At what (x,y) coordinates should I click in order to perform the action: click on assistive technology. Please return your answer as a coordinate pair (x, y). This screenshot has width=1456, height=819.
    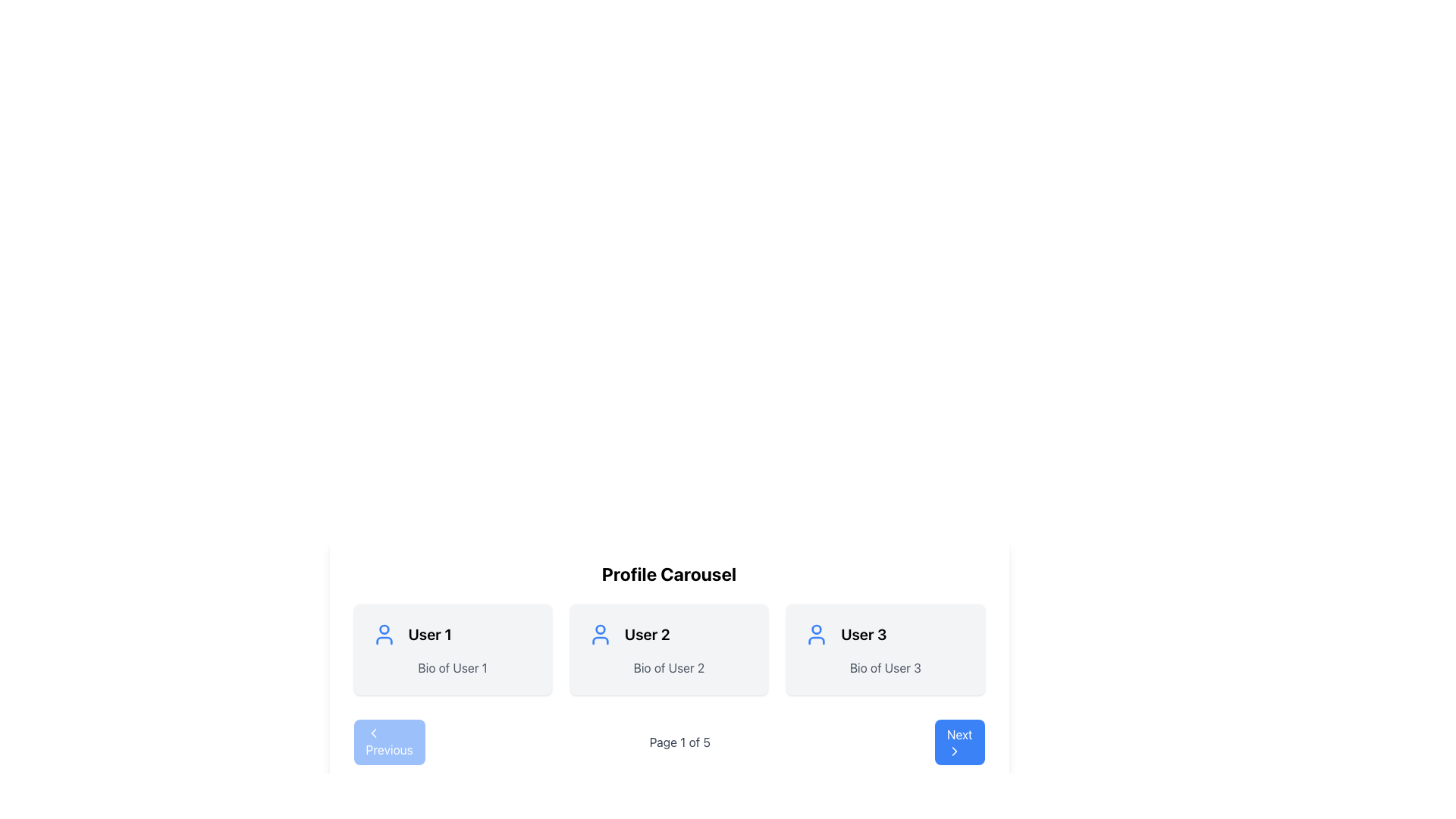
    Looking at the image, I should click on (647, 635).